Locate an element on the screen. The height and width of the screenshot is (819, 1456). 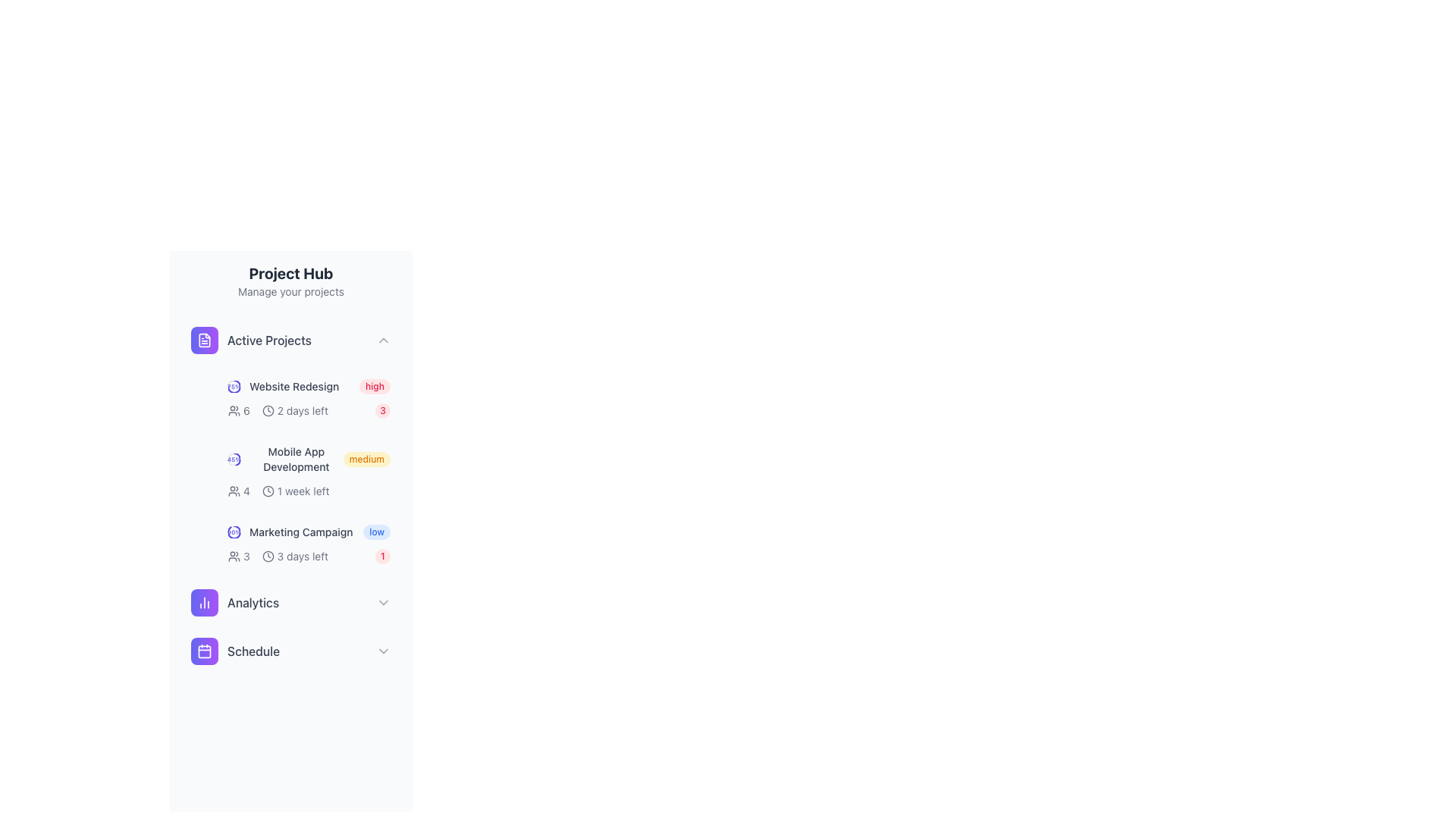
the static information indicator displaying '2 days left' with a clock icon, located in the 'Active Projects' section of the 'Website Redesign' project row is located at coordinates (295, 411).